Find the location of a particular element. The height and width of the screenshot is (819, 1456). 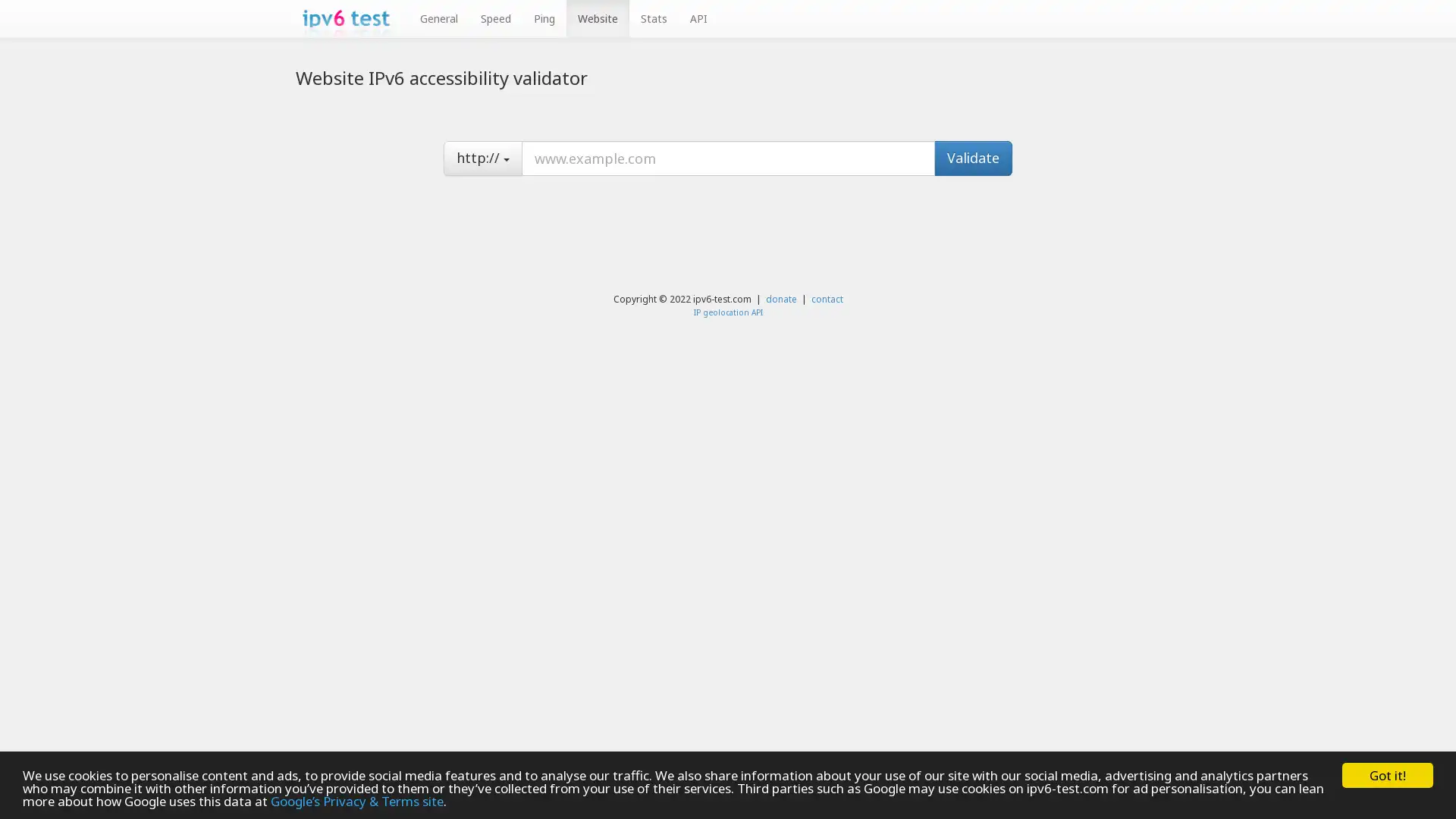

Validate is located at coordinates (973, 158).